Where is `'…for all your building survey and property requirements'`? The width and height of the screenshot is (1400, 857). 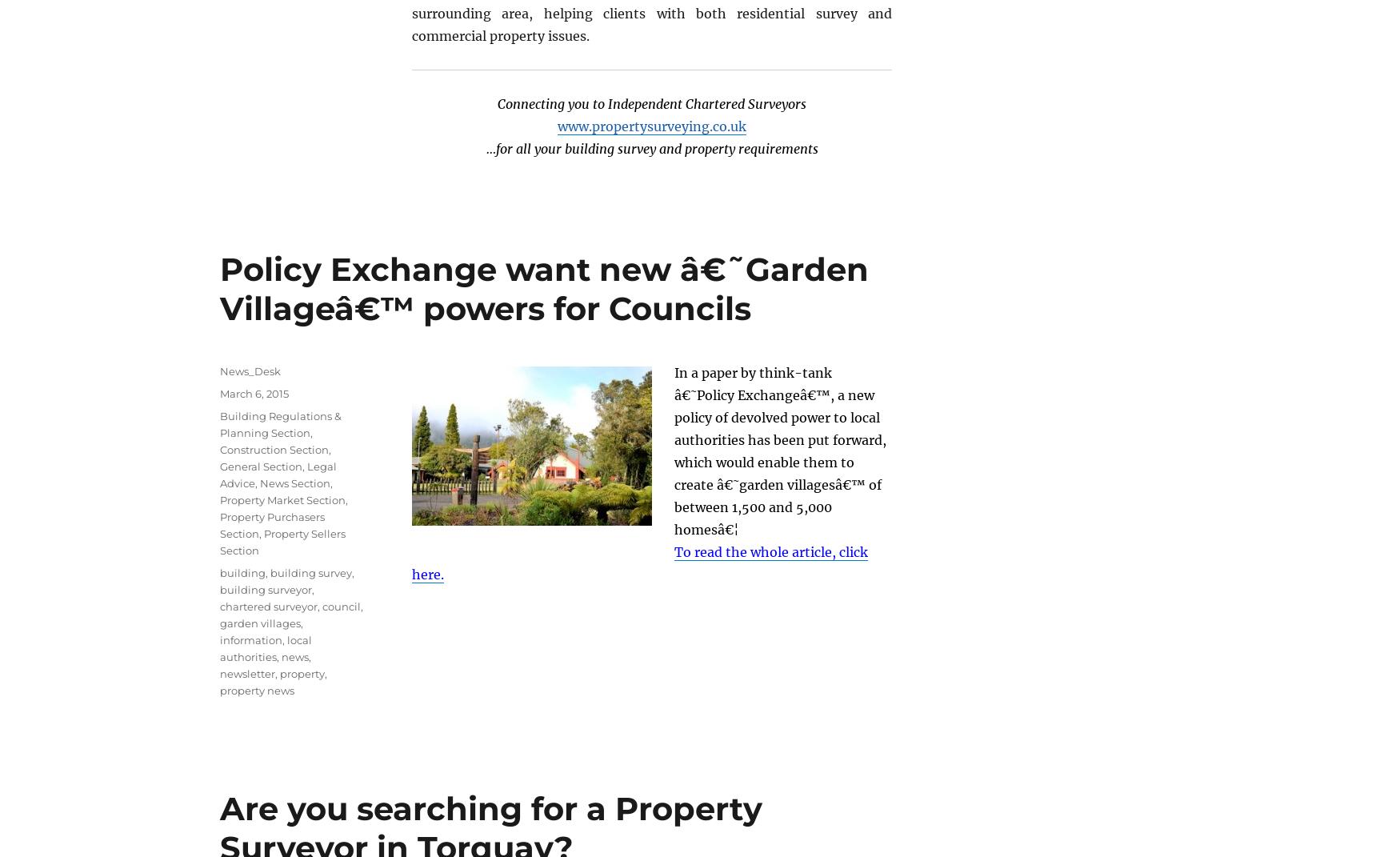
'…for all your building survey and property requirements' is located at coordinates (486, 146).